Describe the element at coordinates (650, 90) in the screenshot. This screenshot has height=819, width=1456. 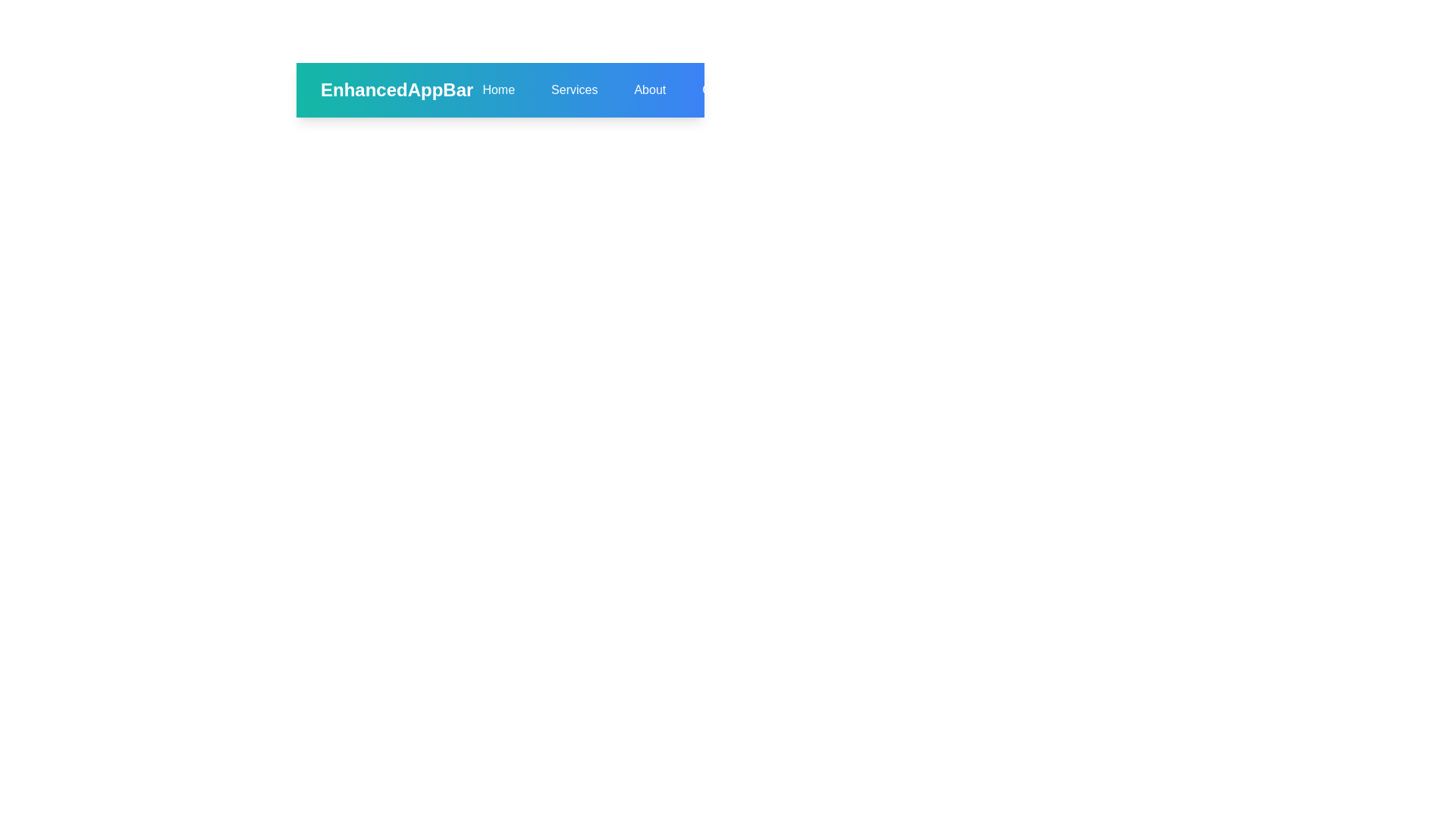
I see `the About navigation link` at that location.